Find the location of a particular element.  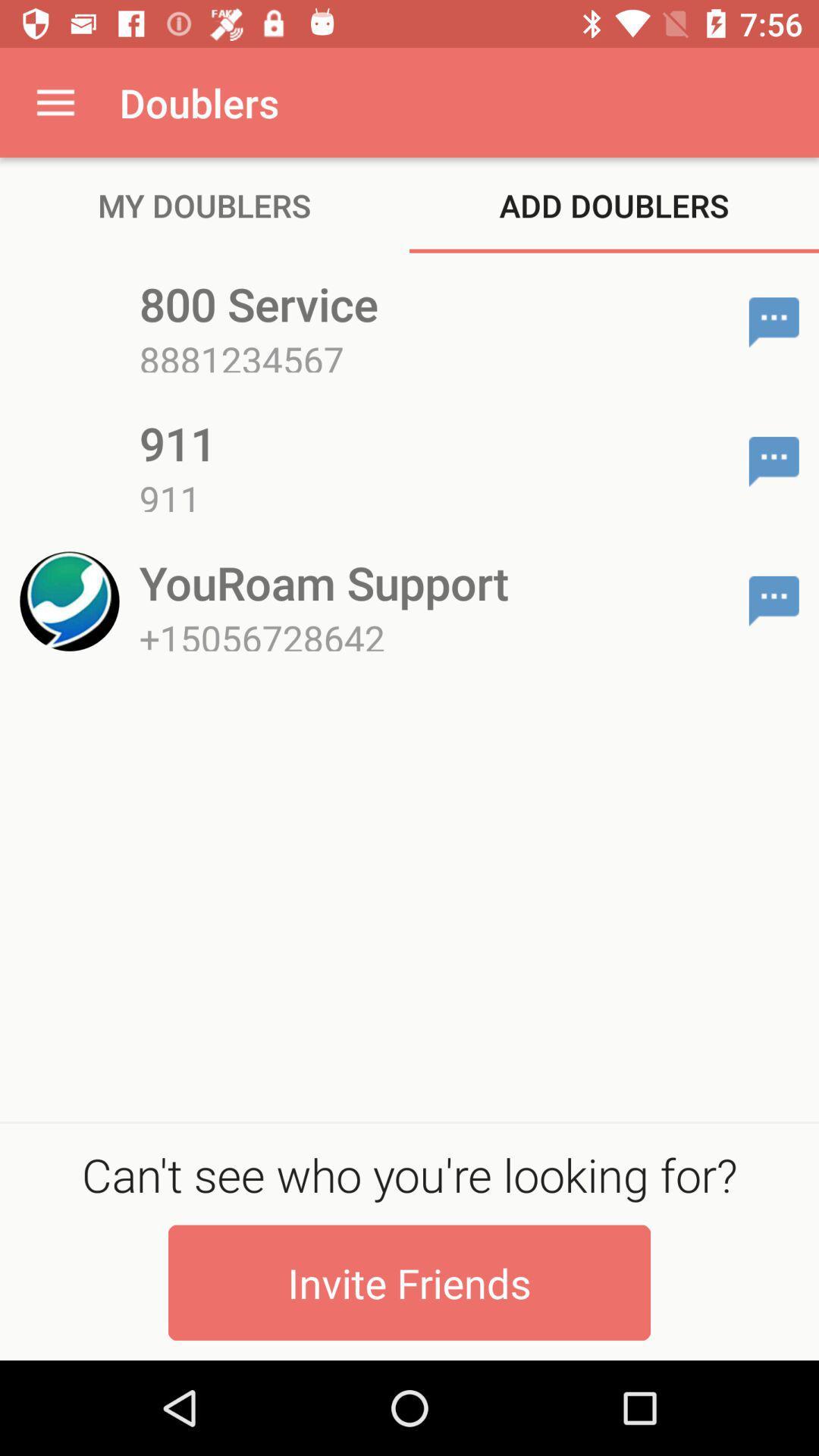

share the article is located at coordinates (773, 322).